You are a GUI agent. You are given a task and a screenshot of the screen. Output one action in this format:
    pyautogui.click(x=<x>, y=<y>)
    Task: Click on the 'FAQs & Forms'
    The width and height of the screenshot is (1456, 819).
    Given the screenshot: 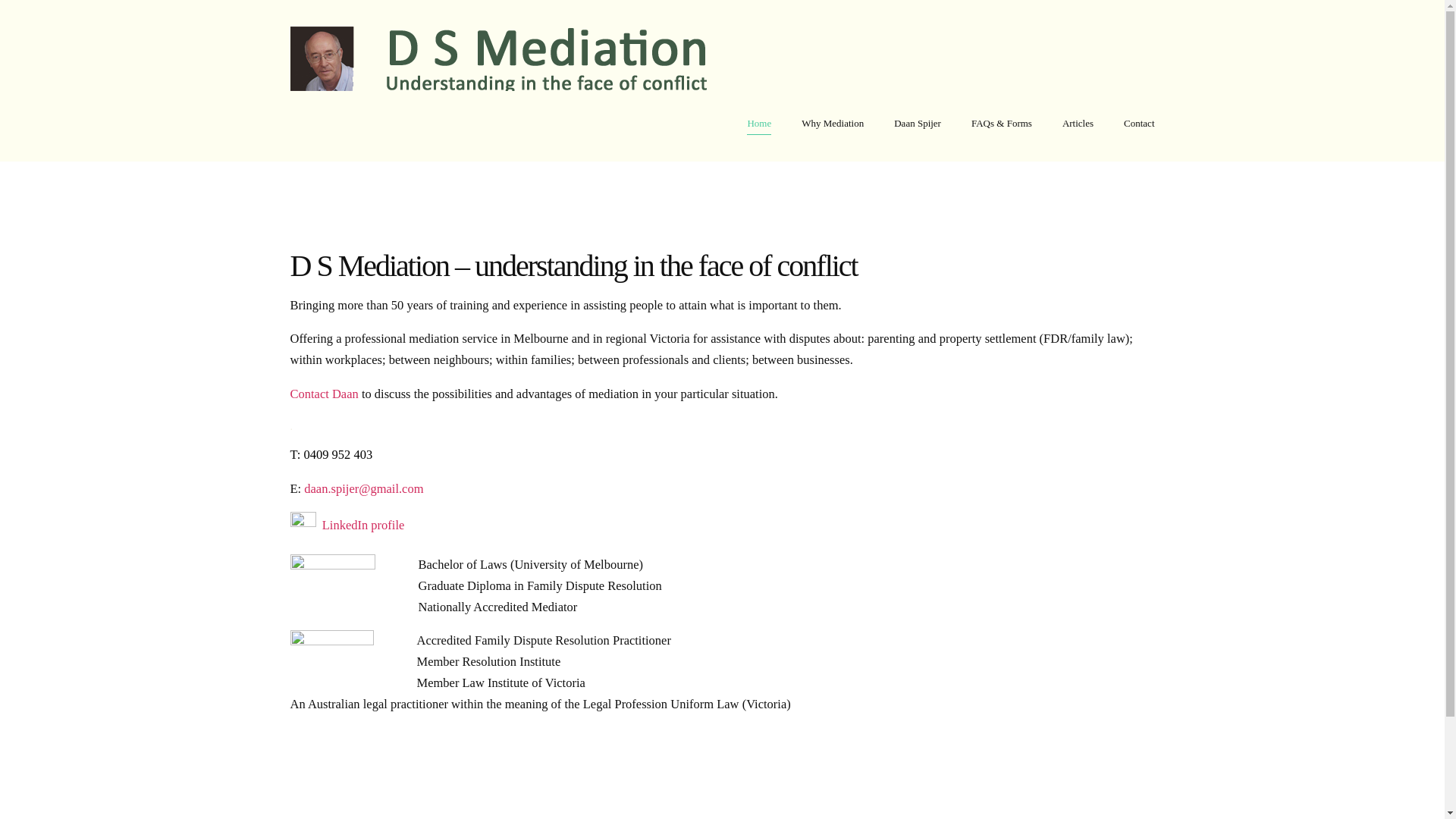 What is the action you would take?
    pyautogui.click(x=1001, y=122)
    